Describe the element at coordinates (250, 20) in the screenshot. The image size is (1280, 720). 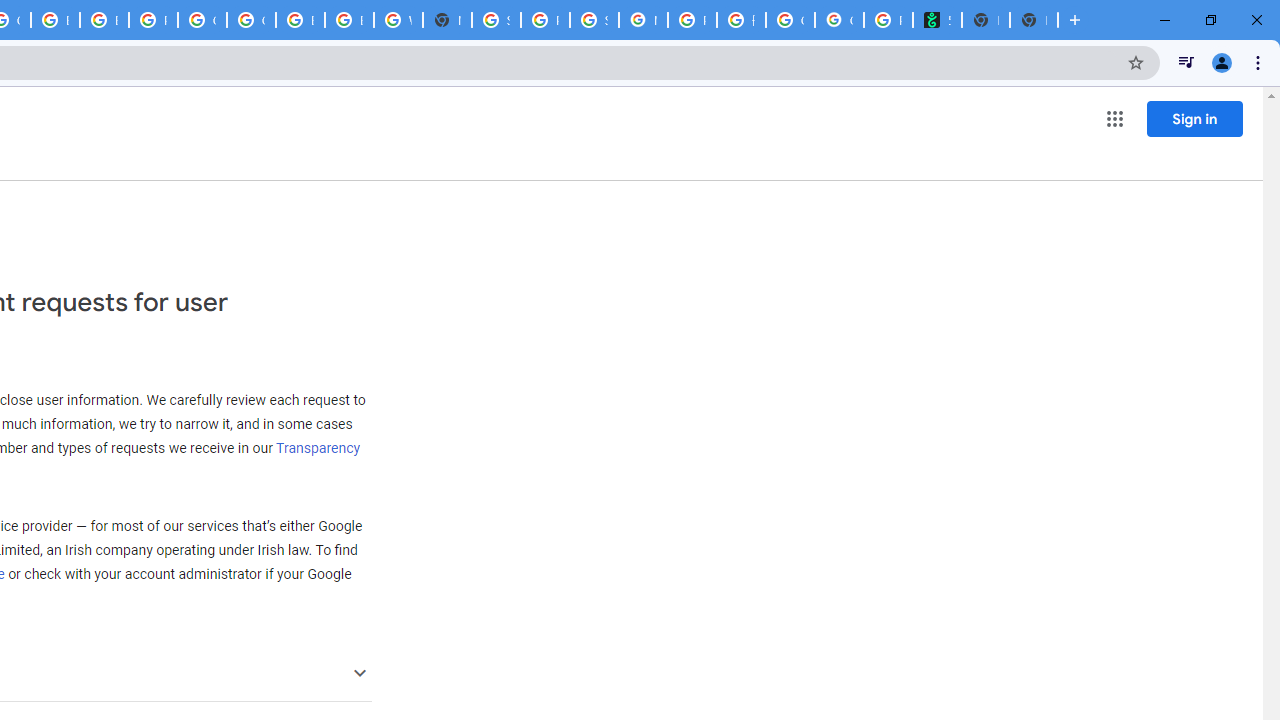
I see `'Google Cloud Platform'` at that location.